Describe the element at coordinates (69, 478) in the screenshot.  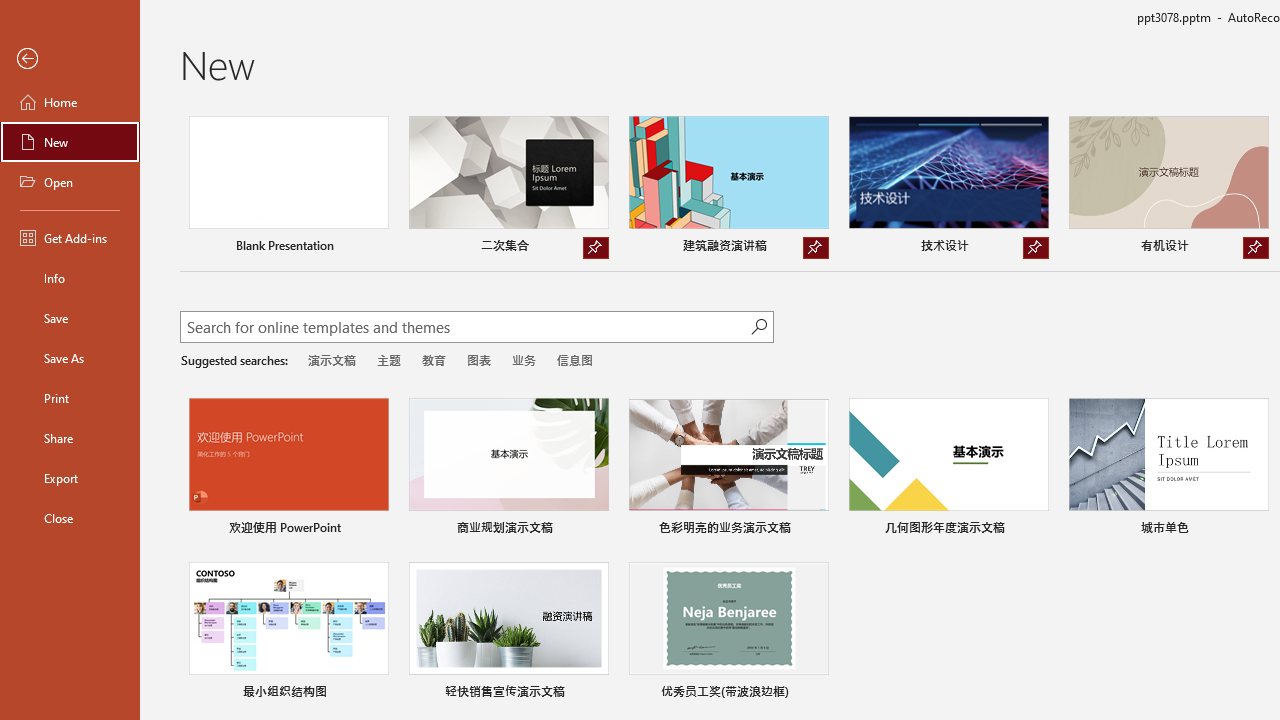
I see `'Export'` at that location.